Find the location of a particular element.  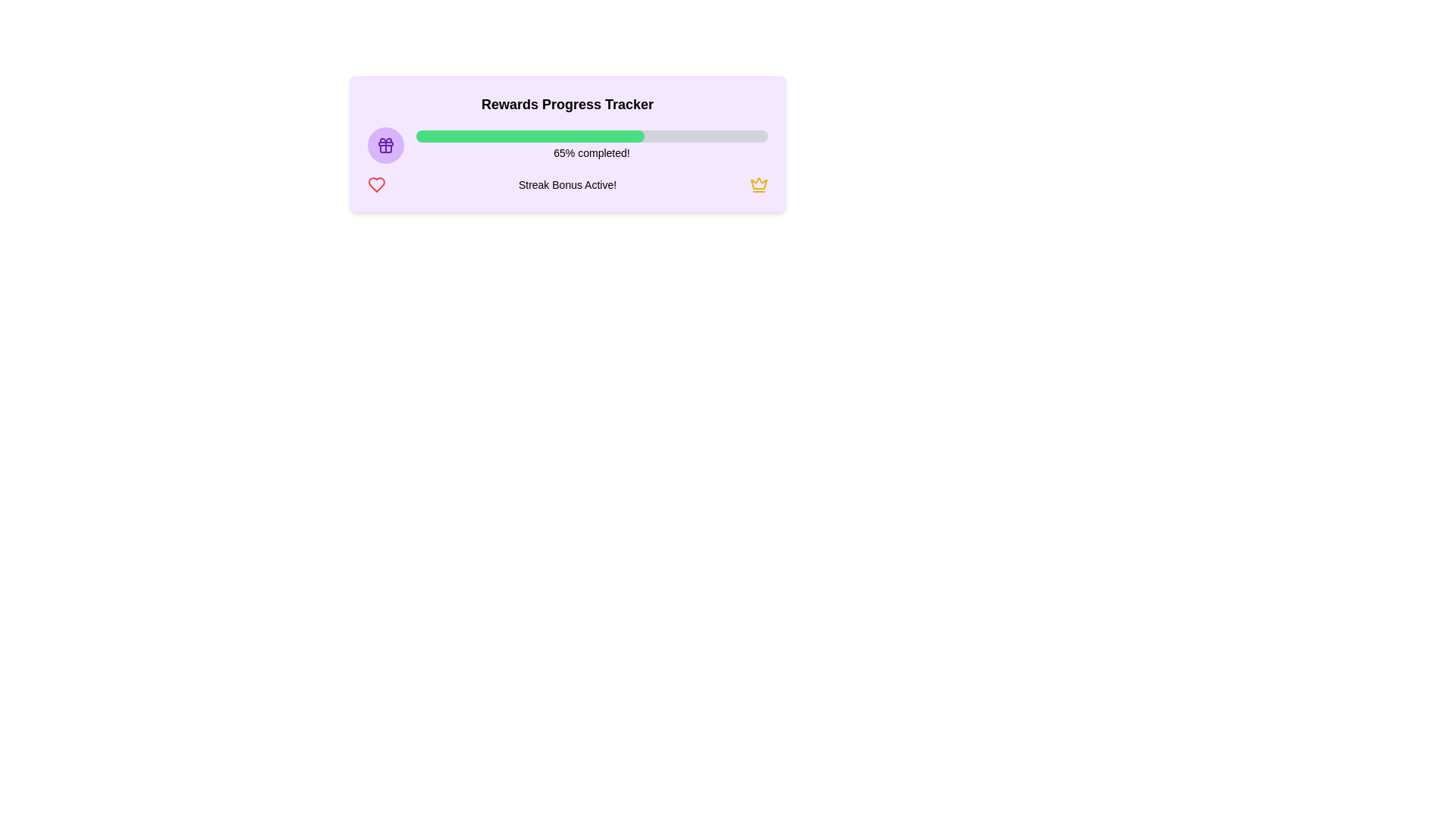

the decorative icon symbolizing rewards or gifts, located inside the 'Rewards Progress Tracker' panel as the first left-aligned element is located at coordinates (385, 146).